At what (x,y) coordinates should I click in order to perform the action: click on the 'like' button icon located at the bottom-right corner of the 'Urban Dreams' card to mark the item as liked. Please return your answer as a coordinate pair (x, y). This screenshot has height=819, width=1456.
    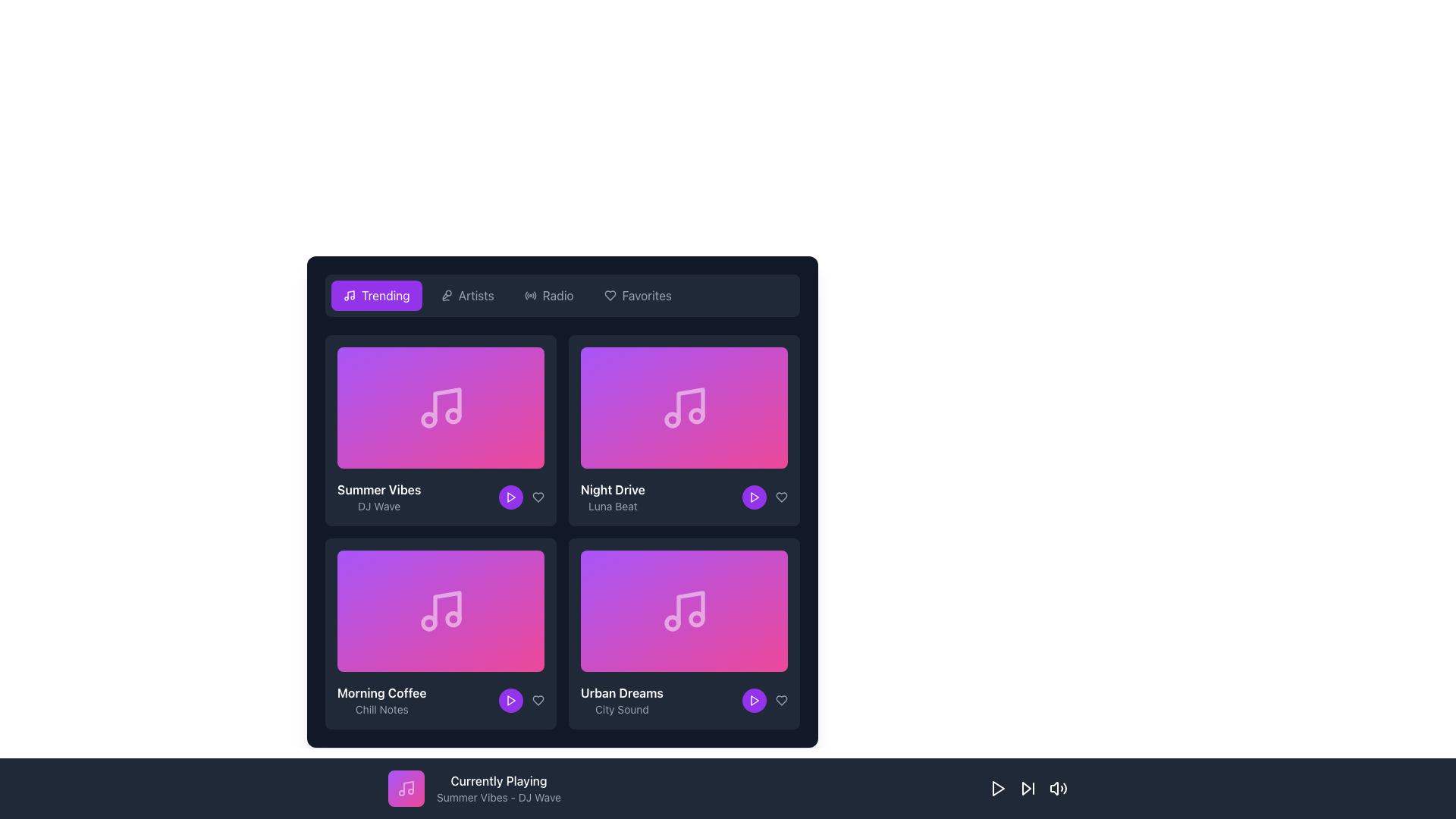
    Looking at the image, I should click on (782, 701).